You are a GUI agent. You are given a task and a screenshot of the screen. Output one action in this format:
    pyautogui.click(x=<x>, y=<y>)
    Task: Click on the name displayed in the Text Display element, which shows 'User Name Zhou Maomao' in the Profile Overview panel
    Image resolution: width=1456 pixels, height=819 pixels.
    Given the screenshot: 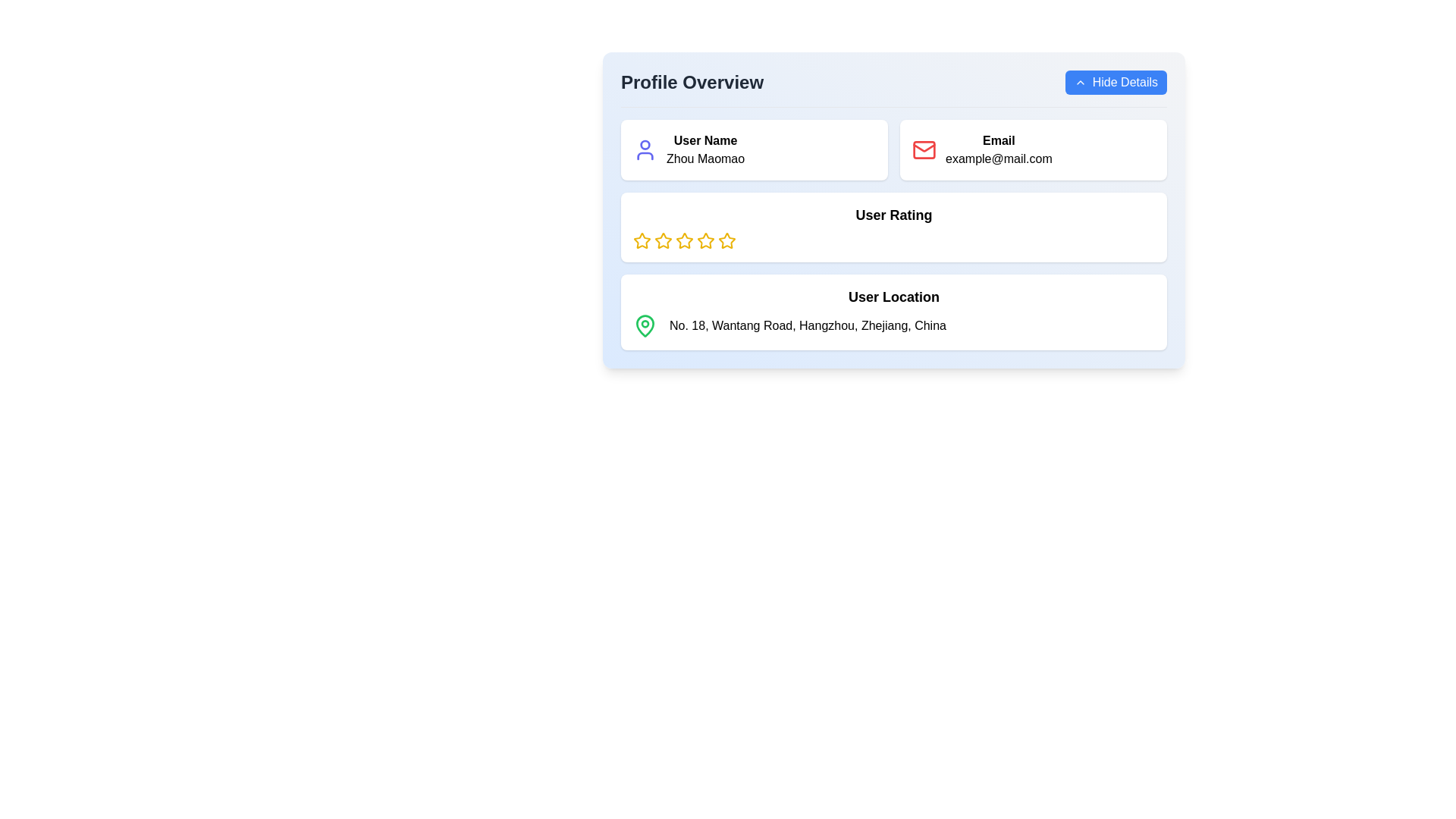 What is the action you would take?
    pyautogui.click(x=704, y=149)
    